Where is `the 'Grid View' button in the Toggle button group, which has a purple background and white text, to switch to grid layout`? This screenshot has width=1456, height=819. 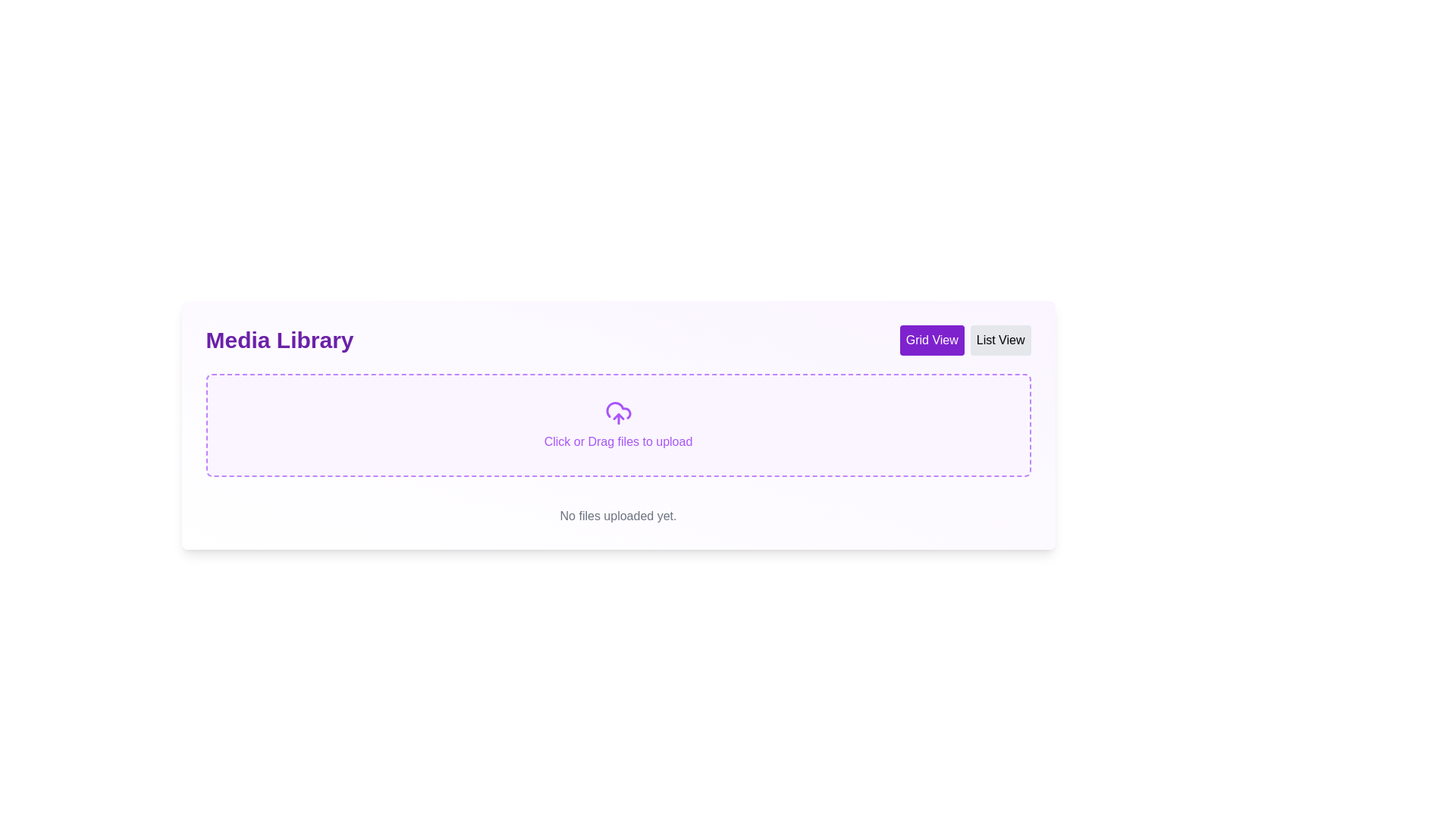
the 'Grid View' button in the Toggle button group, which has a purple background and white text, to switch to grid layout is located at coordinates (965, 339).